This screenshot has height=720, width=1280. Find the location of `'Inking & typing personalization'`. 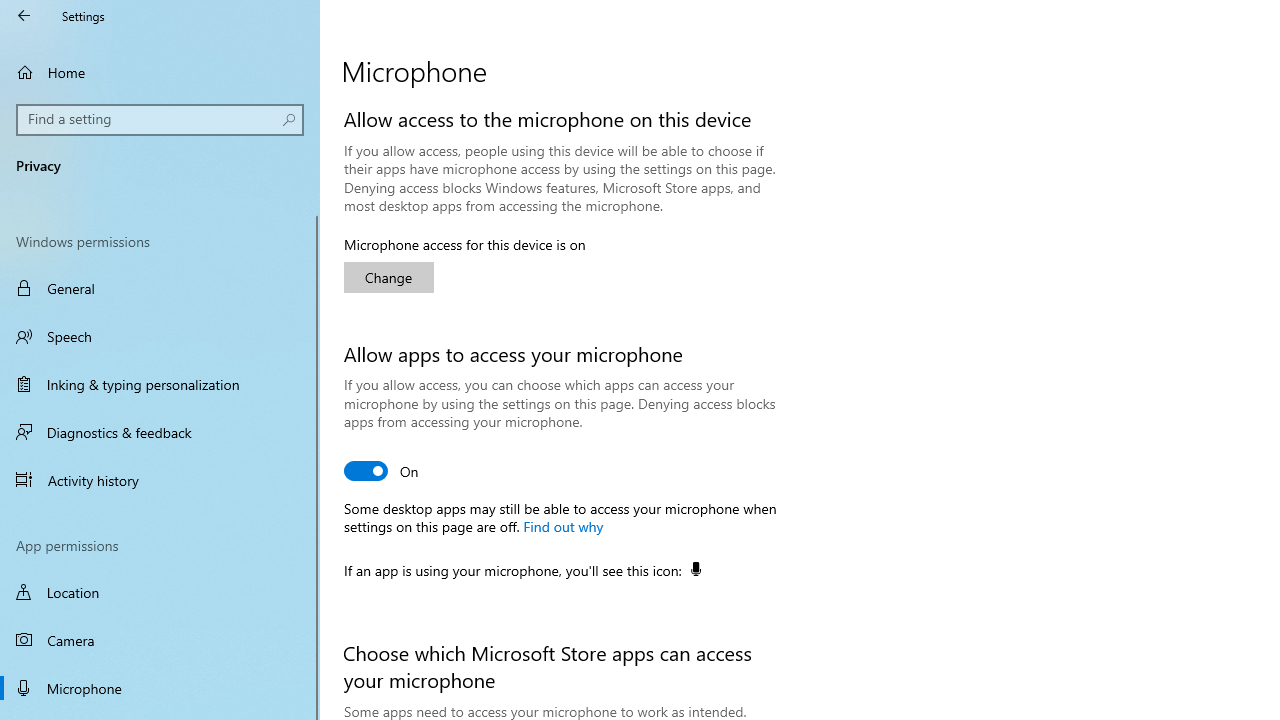

'Inking & typing personalization' is located at coordinates (160, 384).